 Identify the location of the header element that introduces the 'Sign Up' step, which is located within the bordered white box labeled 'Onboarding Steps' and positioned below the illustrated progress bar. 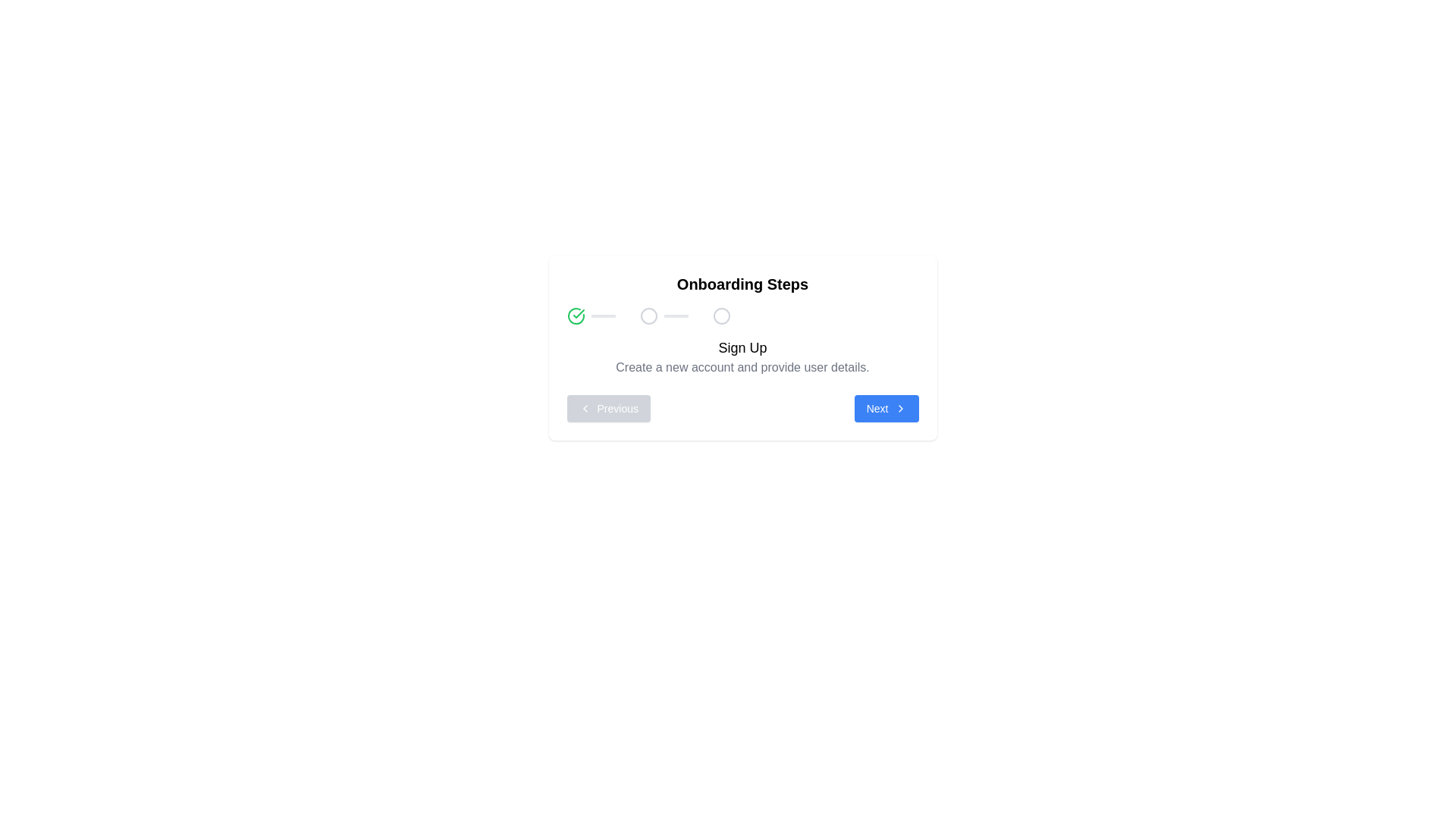
(742, 356).